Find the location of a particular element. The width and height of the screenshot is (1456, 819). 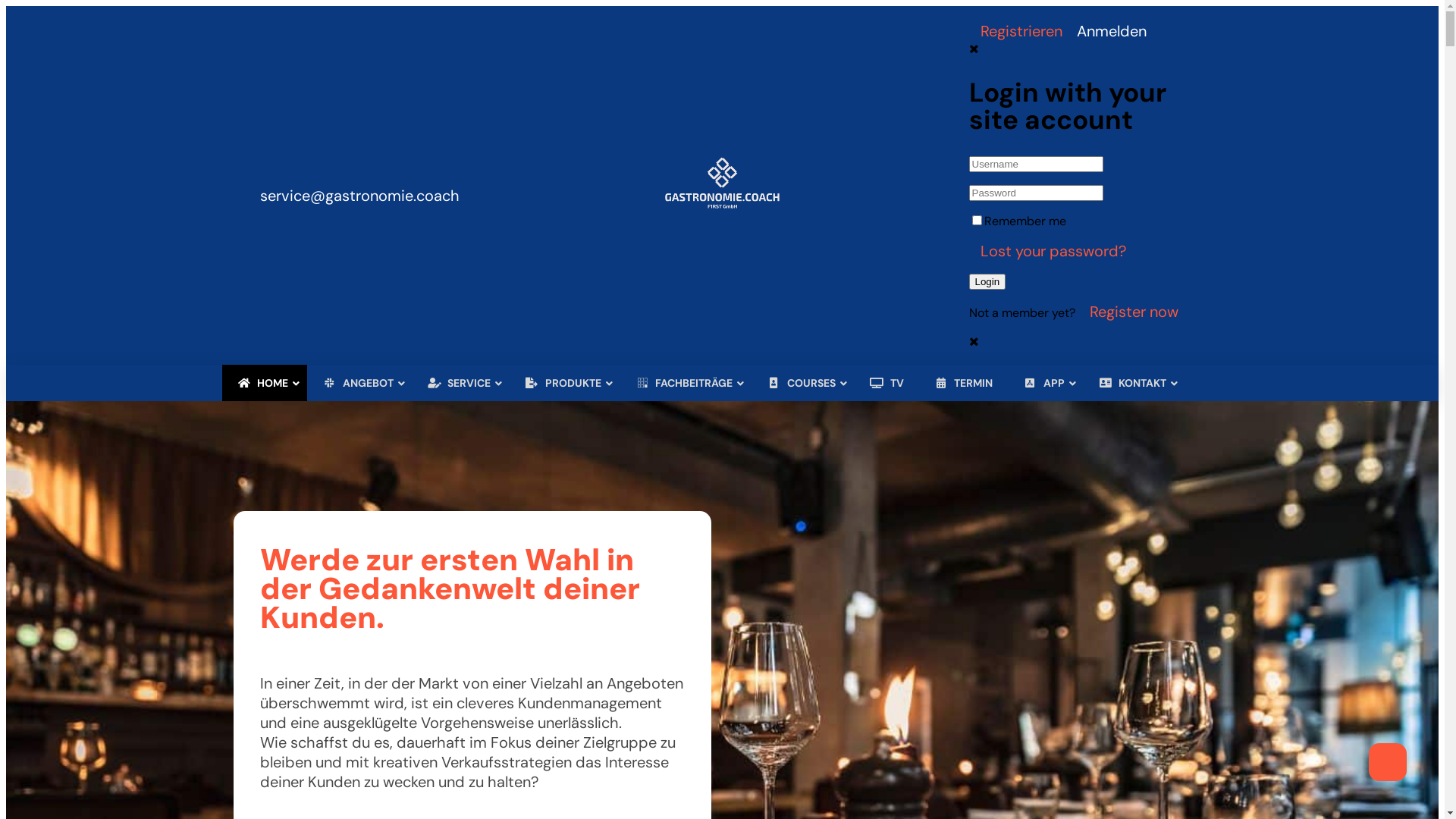

'HOME' is located at coordinates (264, 382).